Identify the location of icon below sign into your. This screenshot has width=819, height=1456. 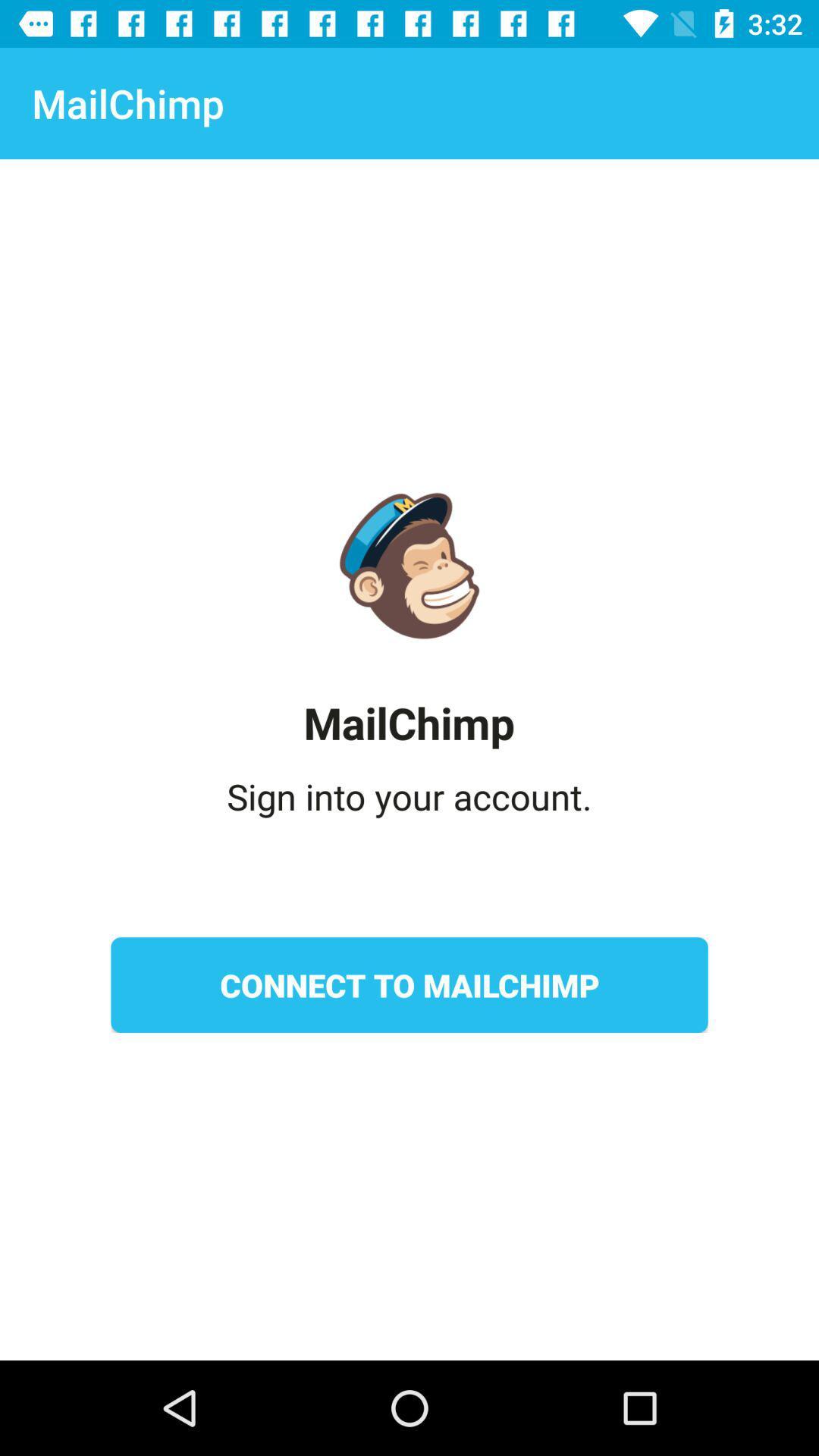
(409, 985).